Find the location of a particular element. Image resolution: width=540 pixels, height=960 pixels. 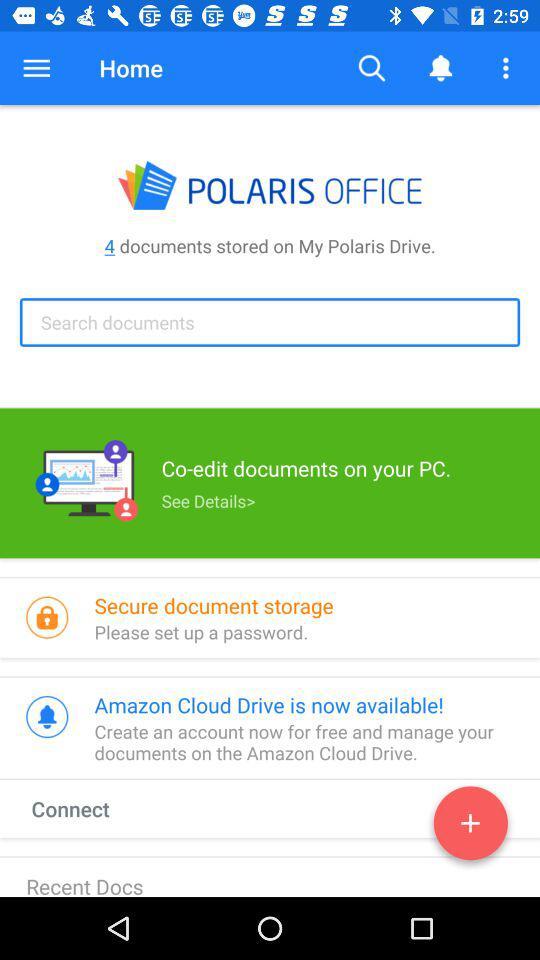

the item above the 4 documents stored is located at coordinates (36, 68).